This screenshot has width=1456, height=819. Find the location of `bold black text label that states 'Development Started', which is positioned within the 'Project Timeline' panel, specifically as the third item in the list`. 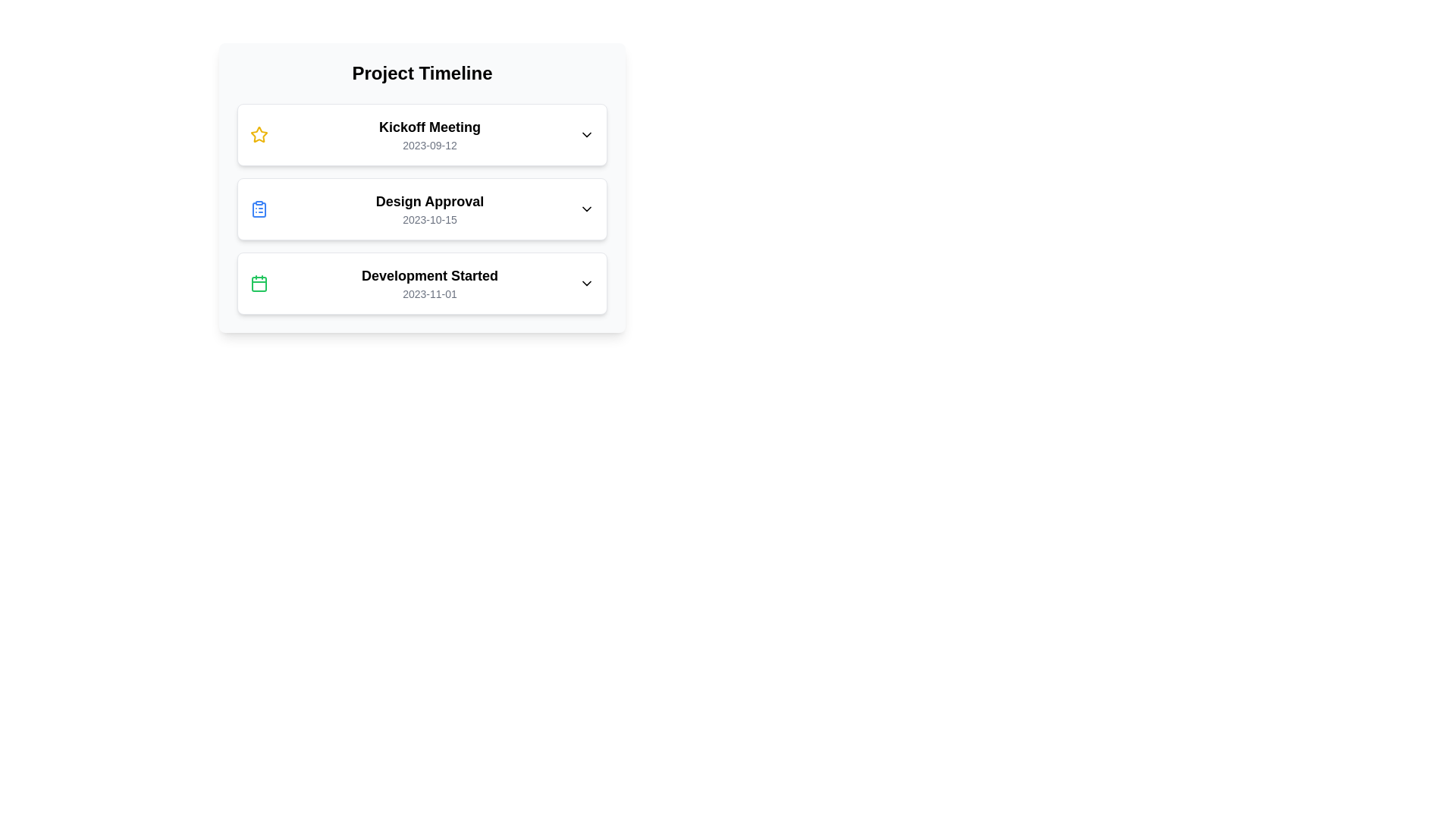

bold black text label that states 'Development Started', which is positioned within the 'Project Timeline' panel, specifically as the third item in the list is located at coordinates (428, 275).